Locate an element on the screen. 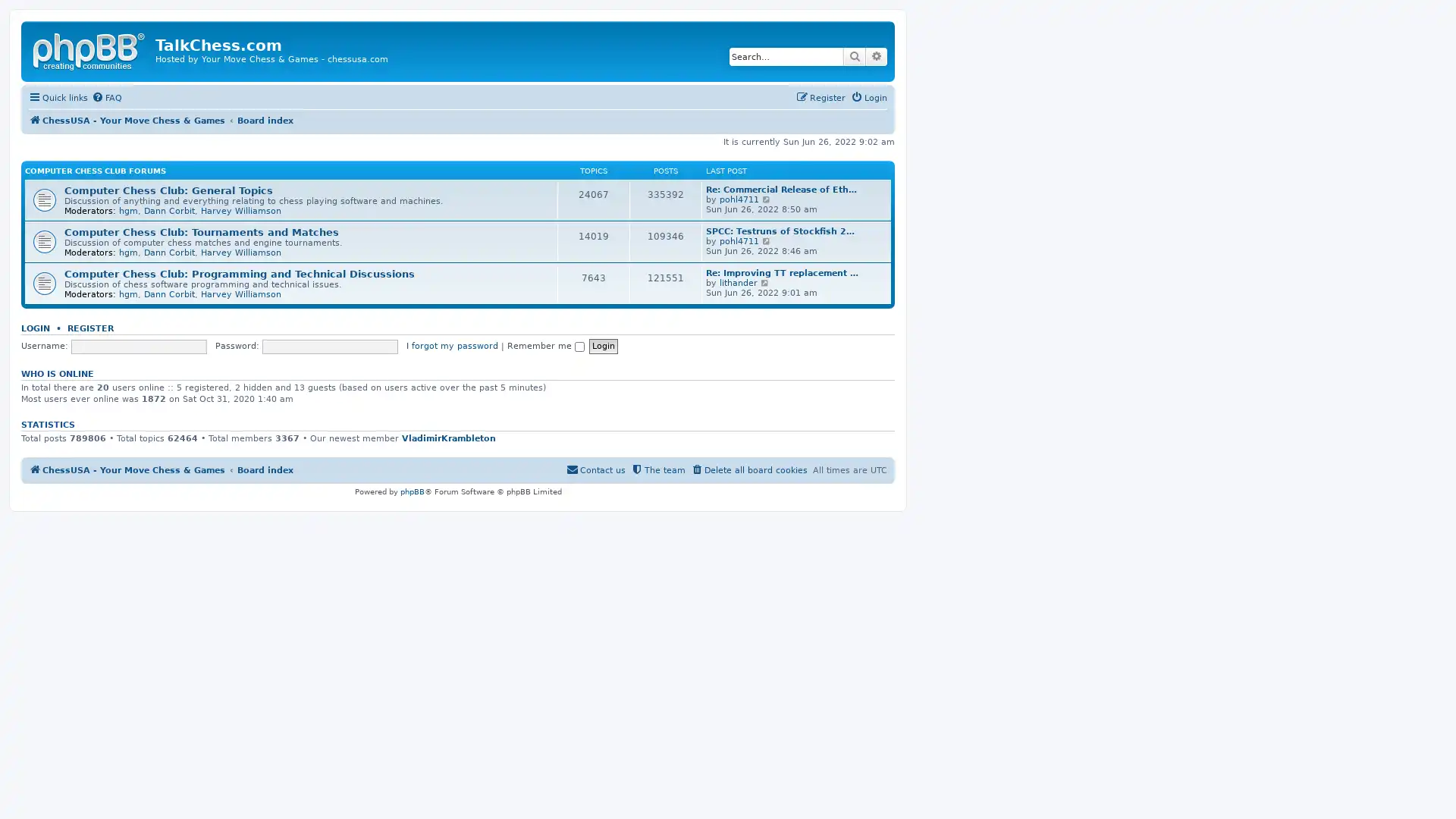 The height and width of the screenshot is (819, 1456). Login is located at coordinates (602, 346).